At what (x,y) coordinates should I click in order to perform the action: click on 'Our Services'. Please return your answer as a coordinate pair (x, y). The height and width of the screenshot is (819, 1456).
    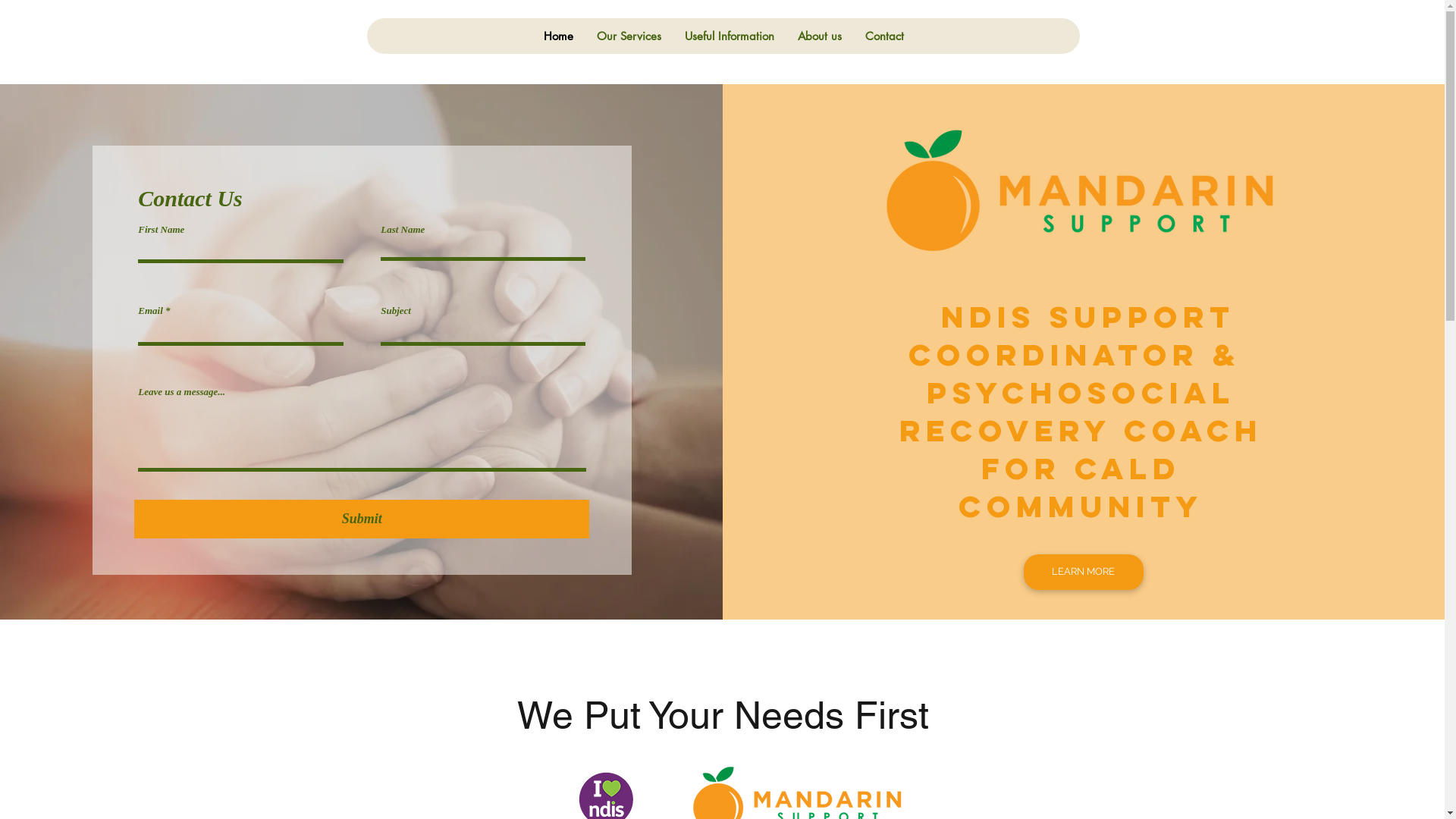
    Looking at the image, I should click on (629, 35).